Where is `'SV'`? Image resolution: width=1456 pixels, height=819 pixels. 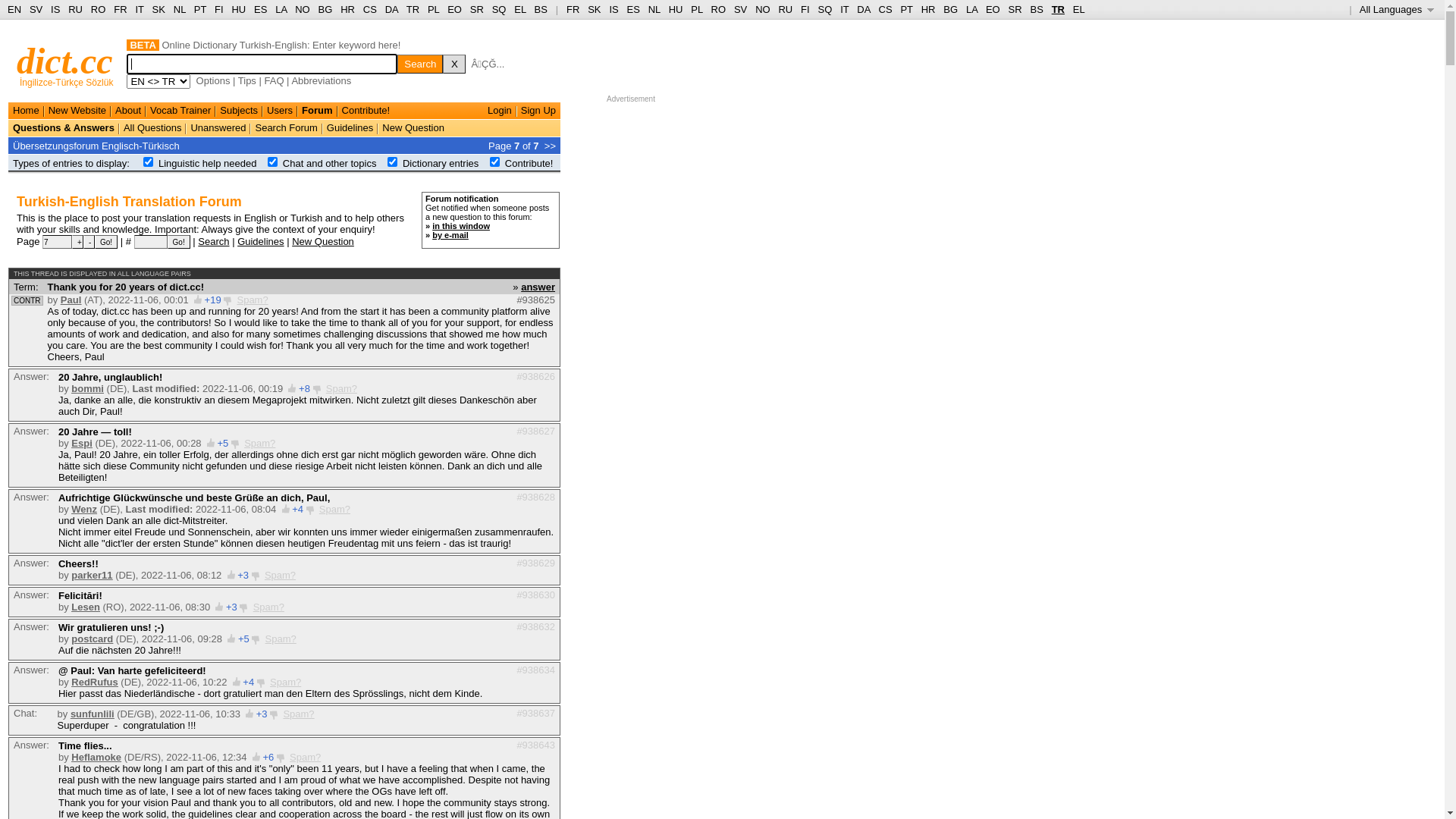 'SV' is located at coordinates (734, 9).